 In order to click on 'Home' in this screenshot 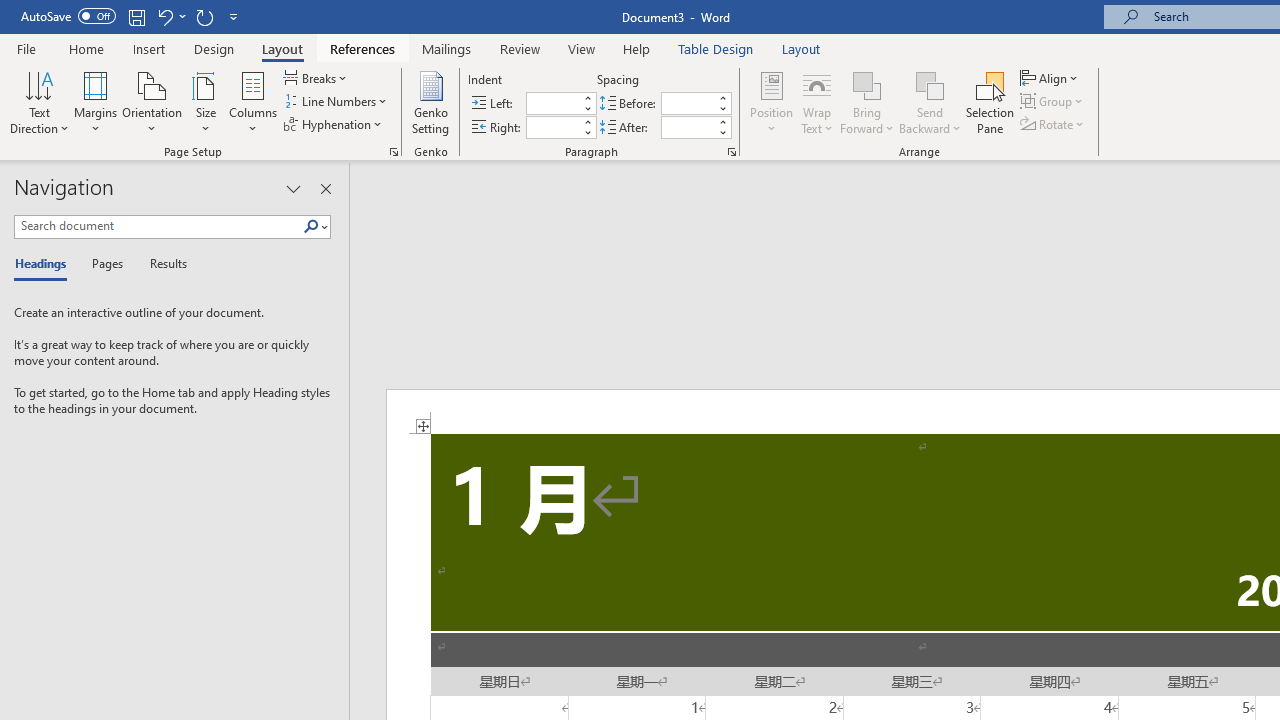, I will do `click(85, 48)`.